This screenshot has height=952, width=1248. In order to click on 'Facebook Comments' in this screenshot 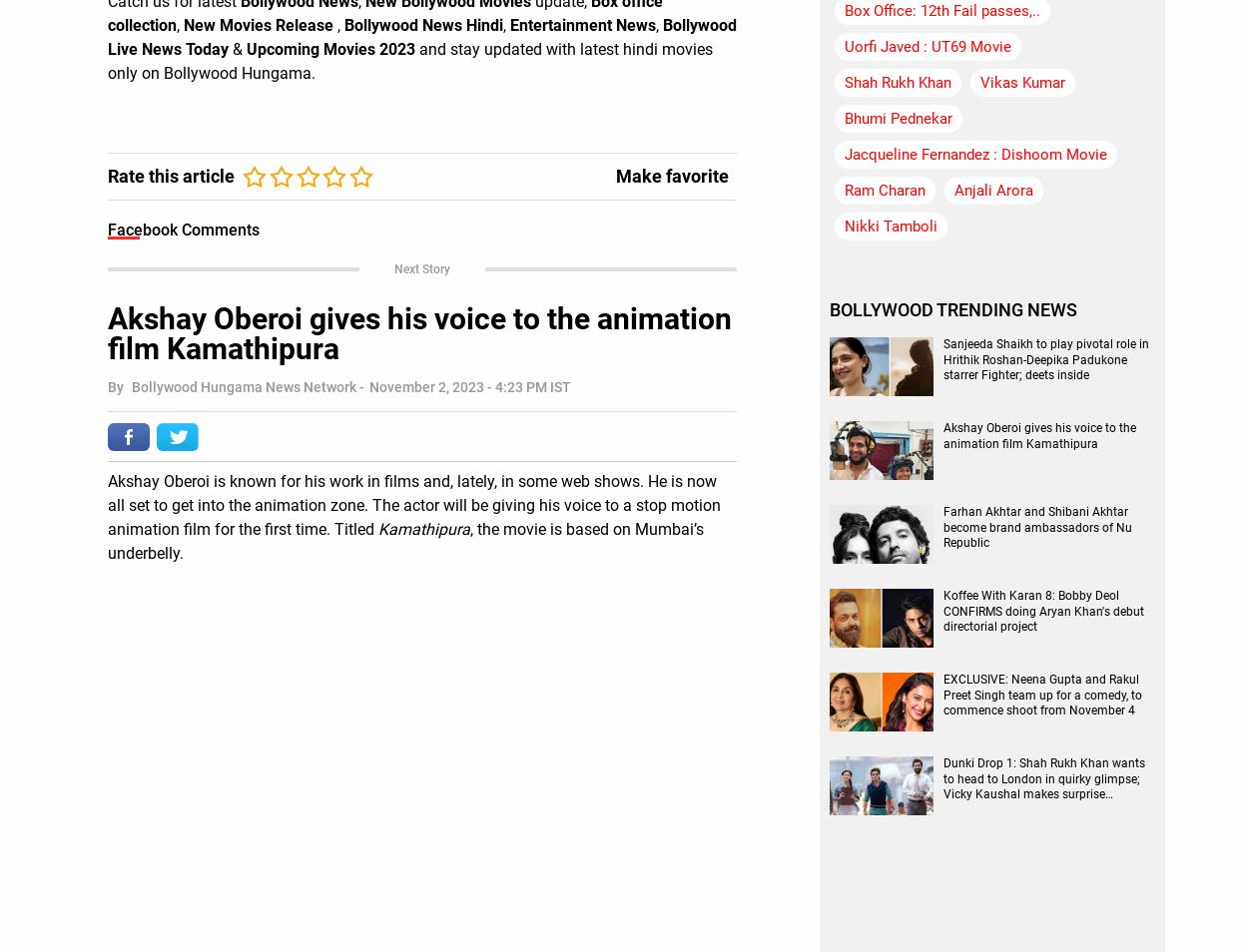, I will do `click(107, 228)`.